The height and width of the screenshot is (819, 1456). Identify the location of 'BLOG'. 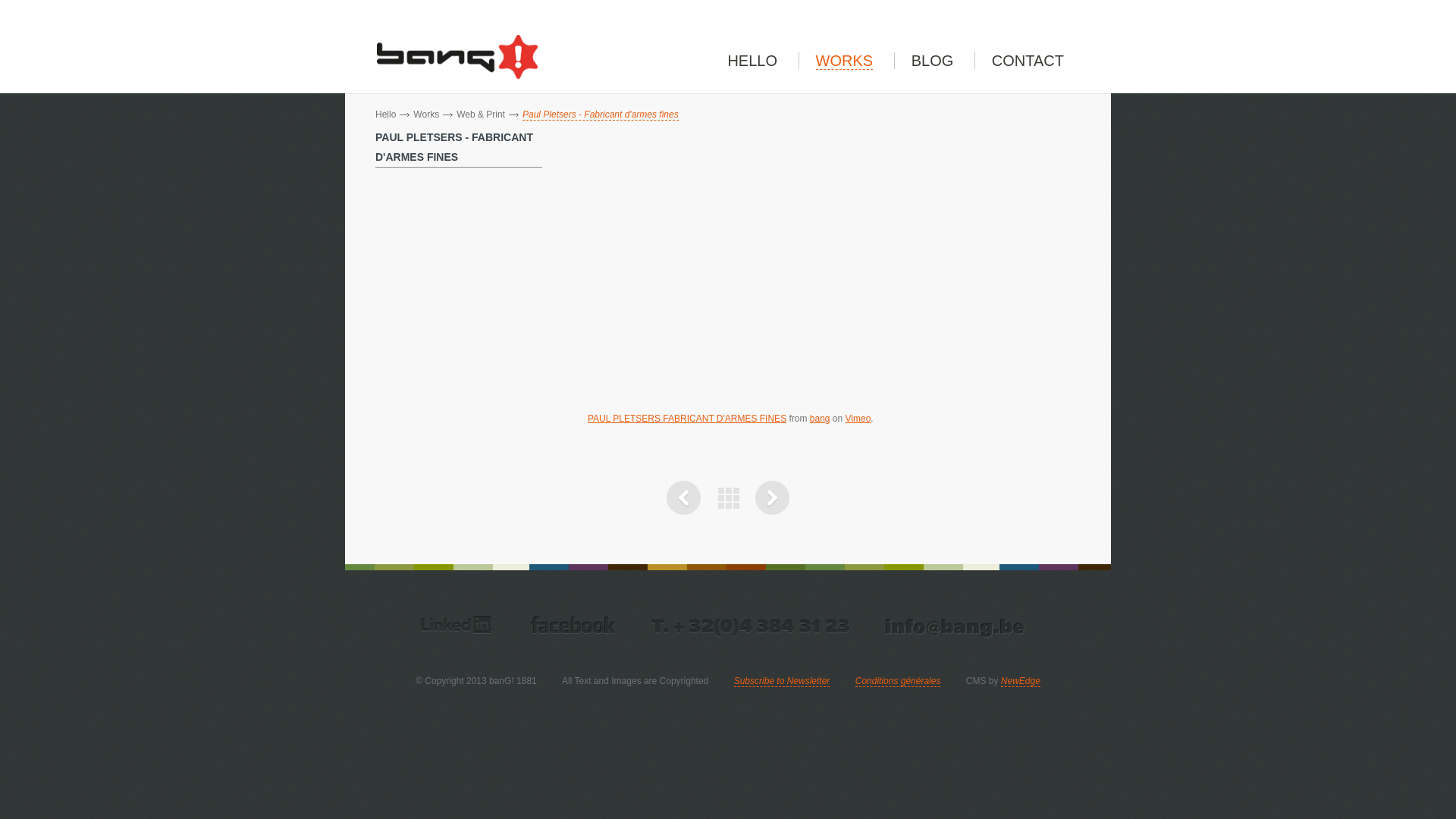
(931, 60).